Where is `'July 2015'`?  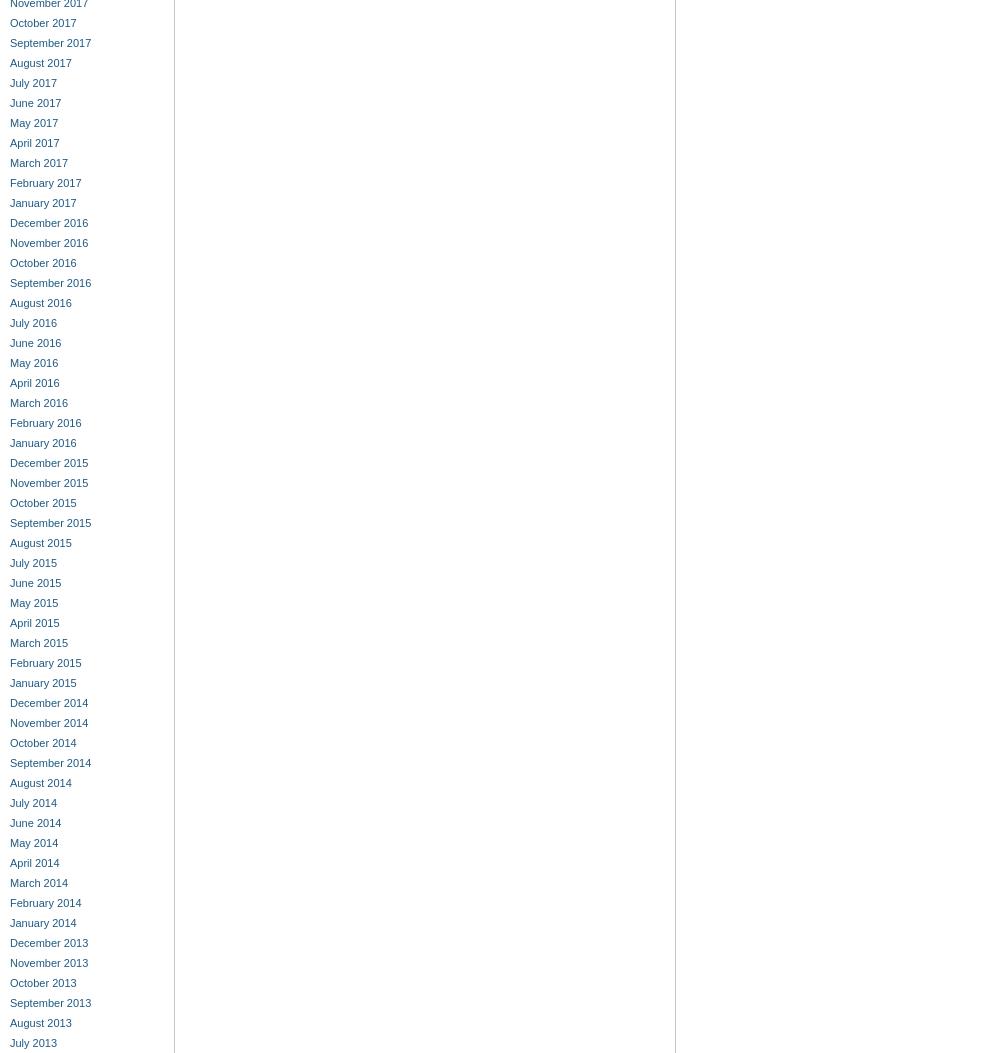
'July 2015' is located at coordinates (32, 562).